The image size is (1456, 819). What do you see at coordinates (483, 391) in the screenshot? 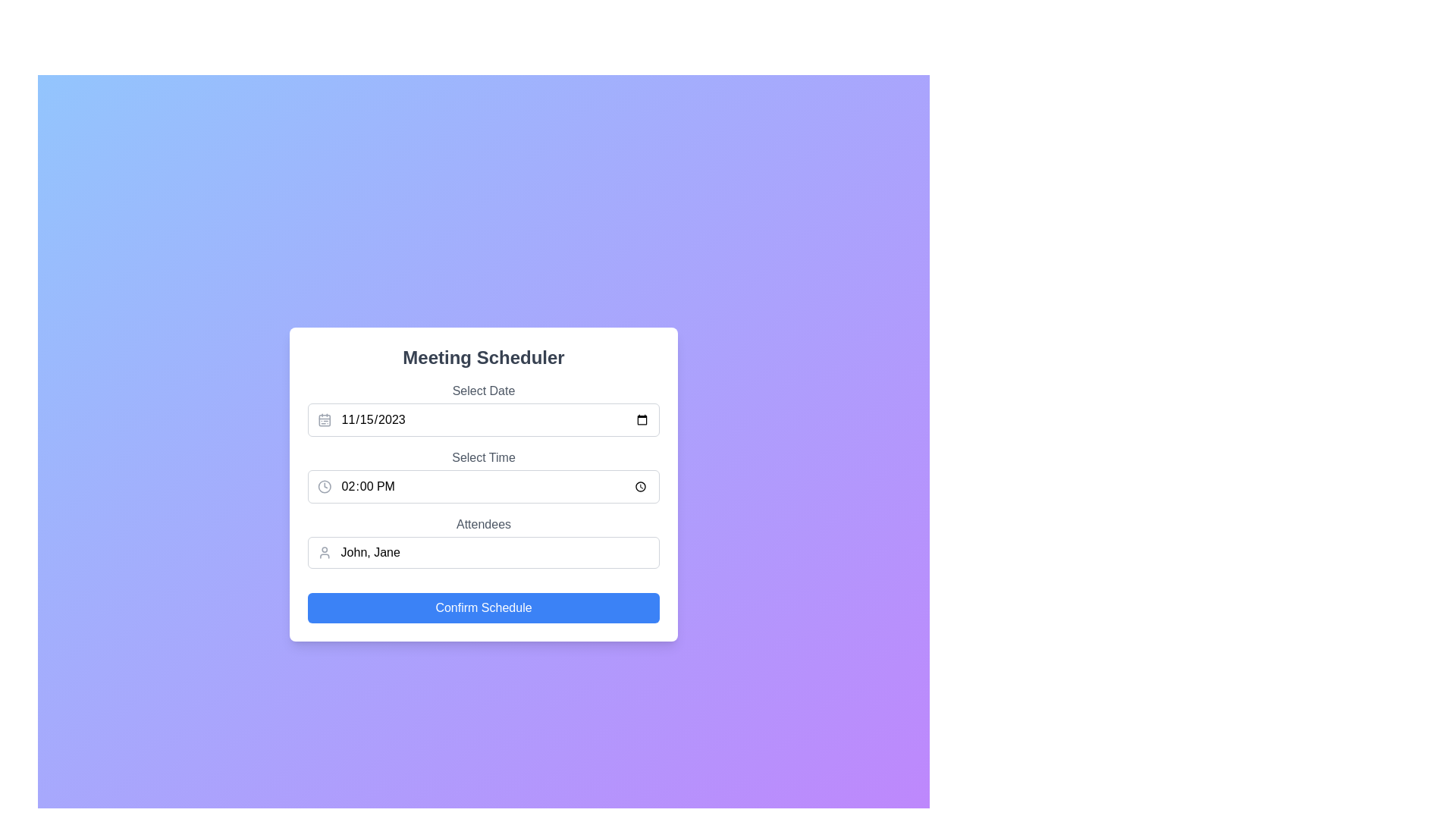
I see `the label that informs the user of the purpose of the adjacent date selection input field, which is located directly above that input field within the scheduling card interface` at bounding box center [483, 391].